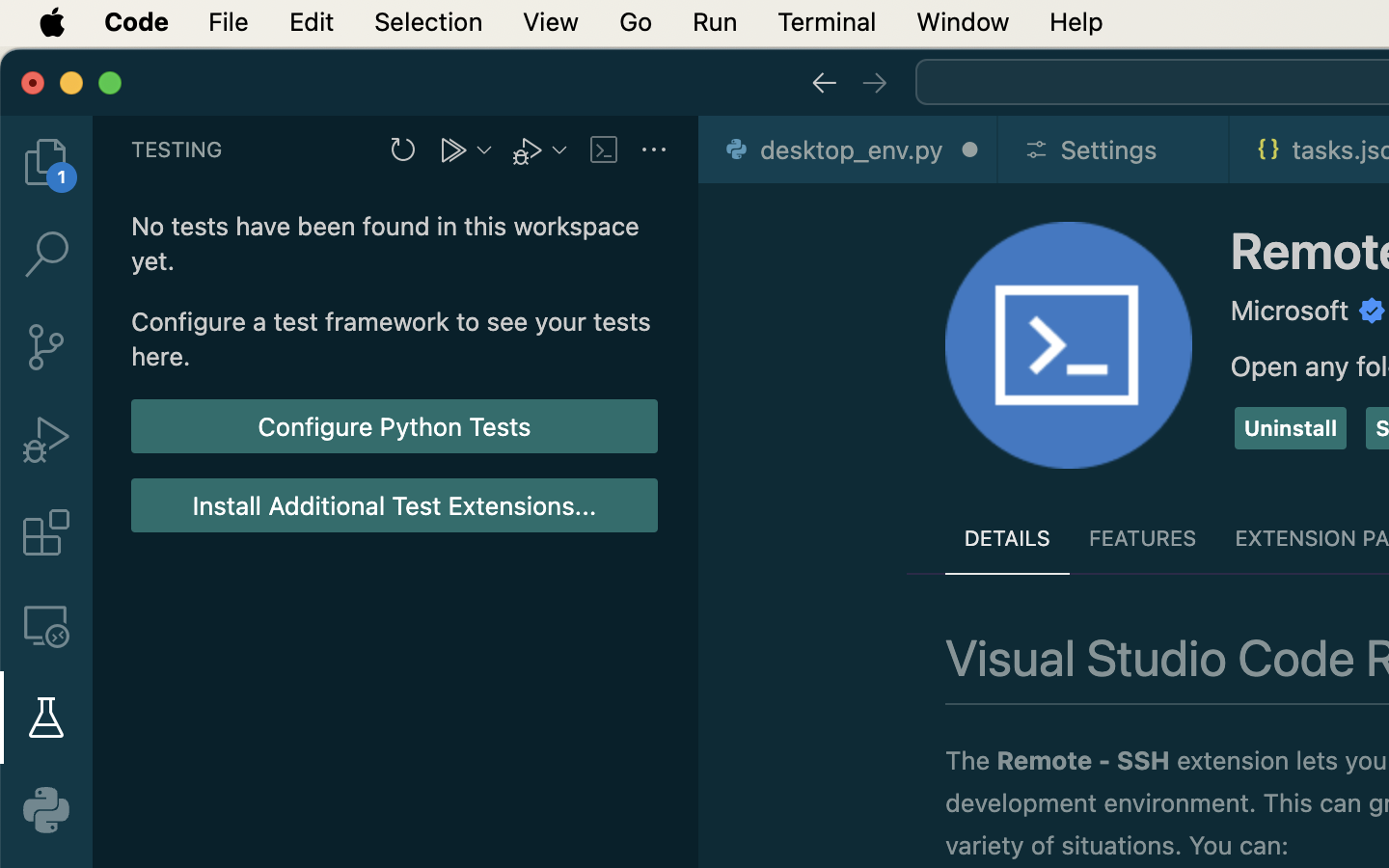 This screenshot has height=868, width=1389. I want to click on 'Microsoft', so click(1290, 310).